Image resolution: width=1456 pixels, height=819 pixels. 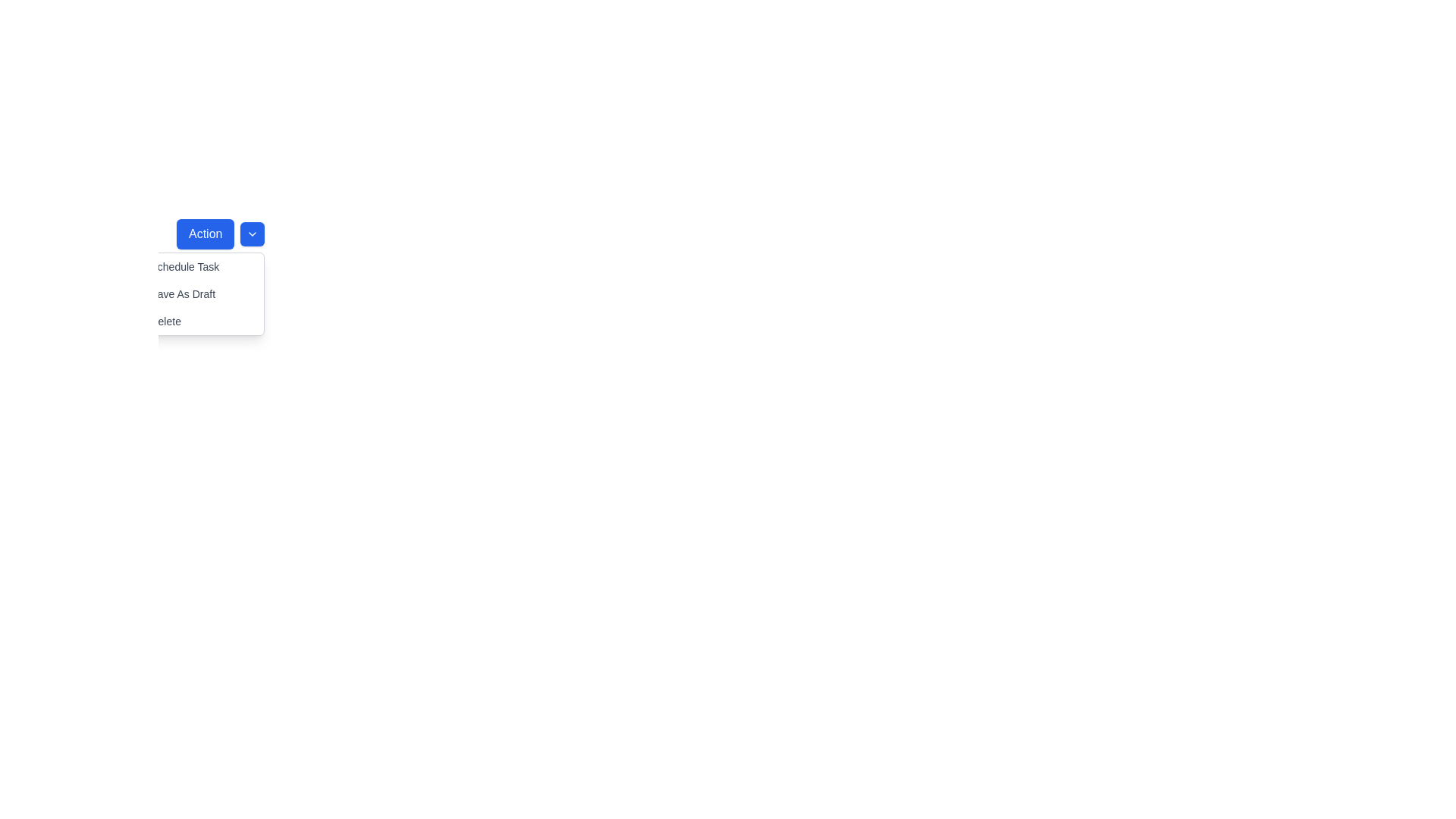 What do you see at coordinates (253, 234) in the screenshot?
I see `the Chevron Down icon next to the 'Action' text button` at bounding box center [253, 234].